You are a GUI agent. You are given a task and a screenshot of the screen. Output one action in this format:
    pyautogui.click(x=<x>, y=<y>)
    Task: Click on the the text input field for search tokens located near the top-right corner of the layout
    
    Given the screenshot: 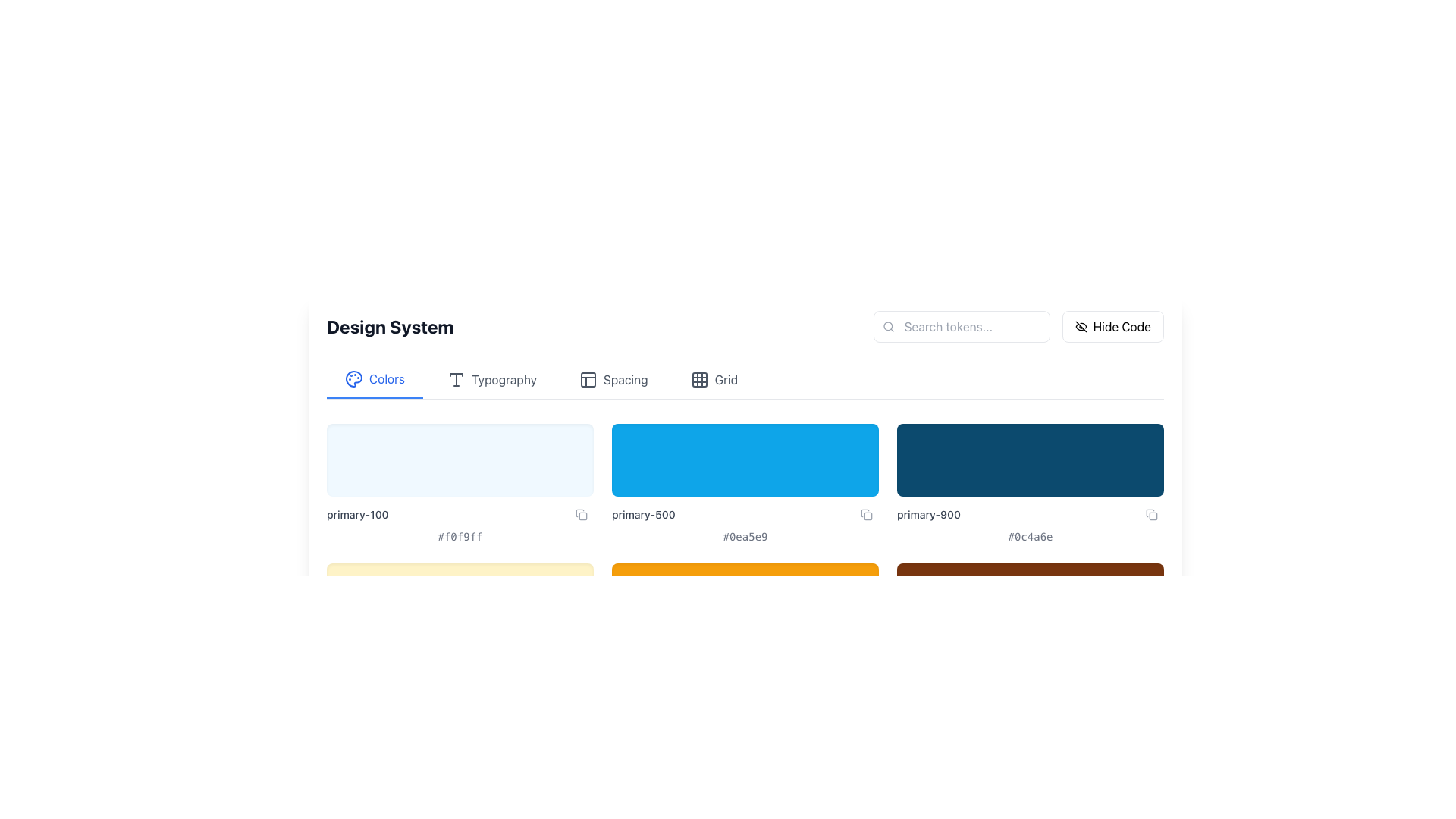 What is the action you would take?
    pyautogui.click(x=961, y=326)
    